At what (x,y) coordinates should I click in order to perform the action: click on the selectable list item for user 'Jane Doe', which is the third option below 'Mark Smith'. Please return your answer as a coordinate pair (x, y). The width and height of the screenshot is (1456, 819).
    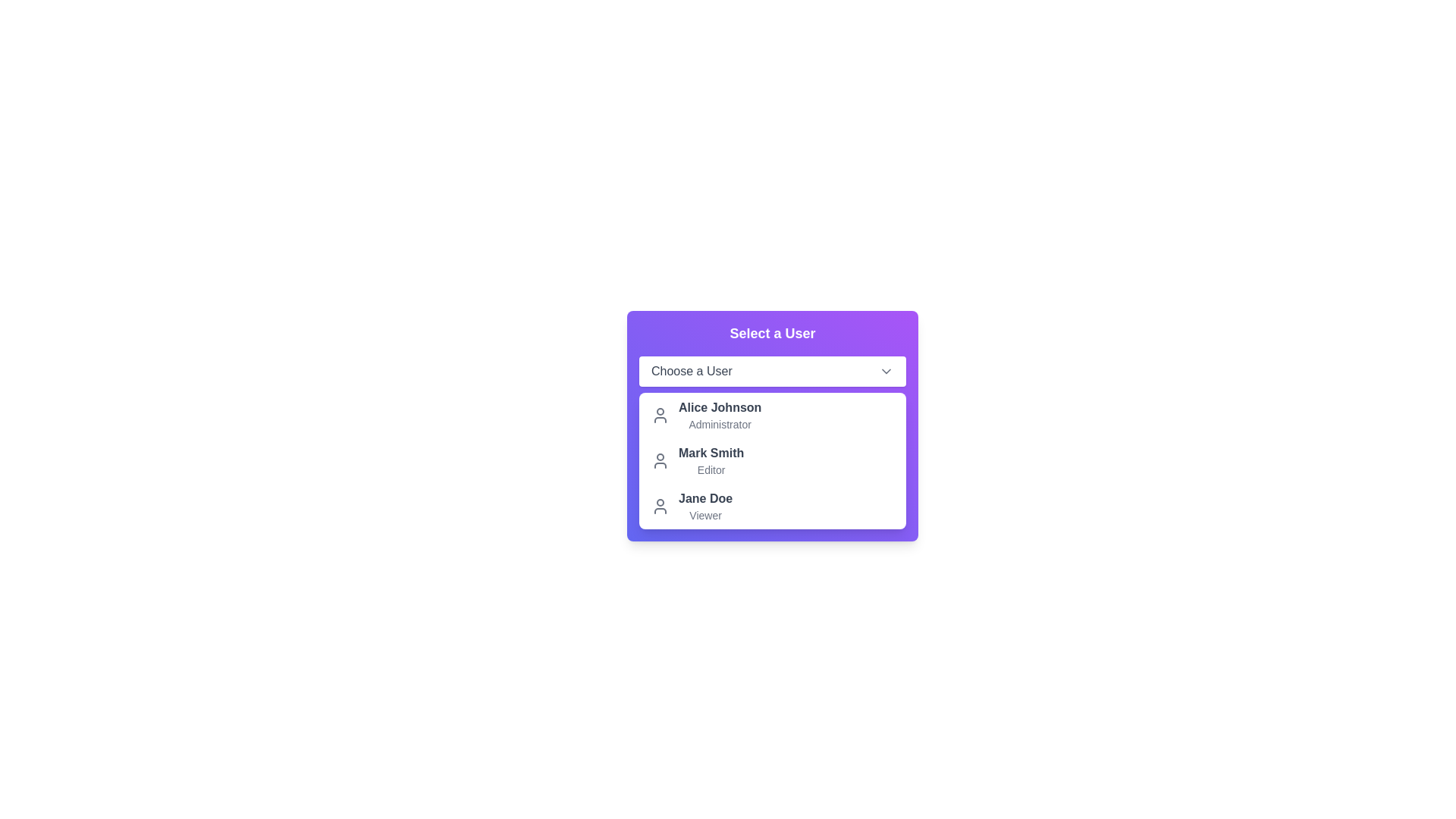
    Looking at the image, I should click on (691, 506).